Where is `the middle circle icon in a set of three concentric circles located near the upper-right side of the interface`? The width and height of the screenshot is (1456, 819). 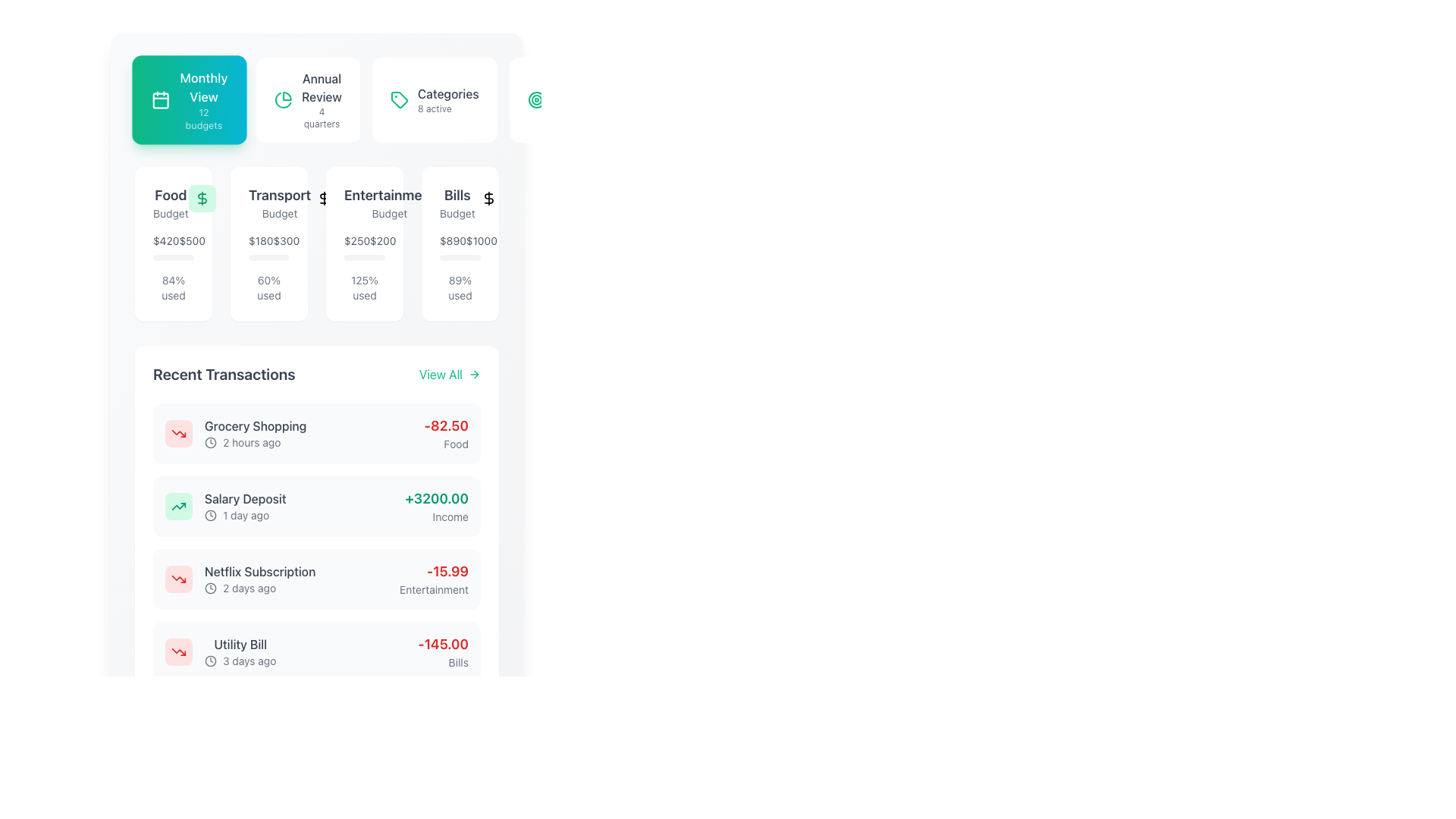
the middle circle icon in a set of three concentric circles located near the upper-right side of the interface is located at coordinates (536, 99).